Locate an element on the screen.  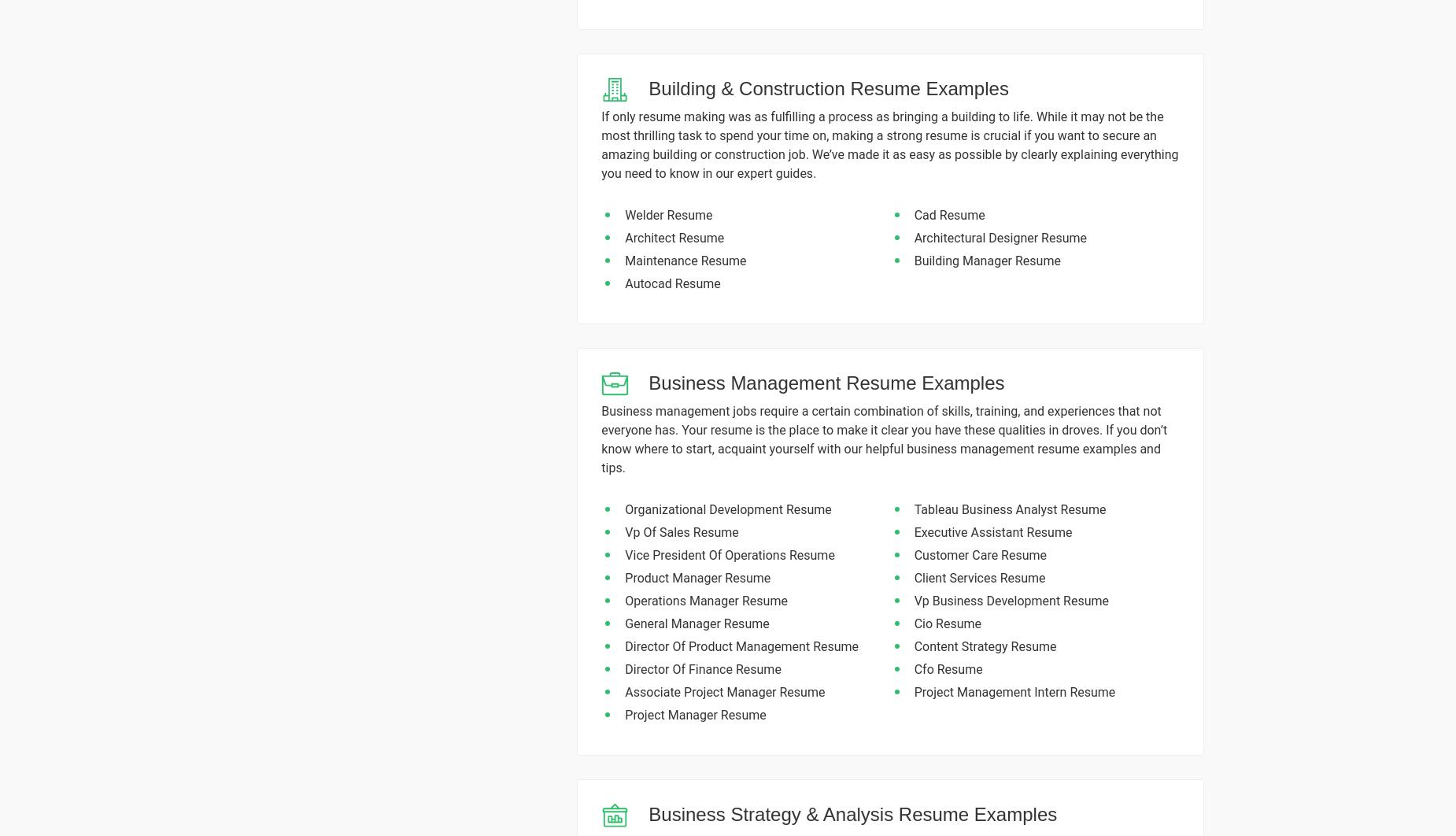
'If only resume making was as fulfilling a process as bringing a building to life. While it may not be the most thrilling task to spend your time on, making a strong resume is crucial if you want to secure an amazing building or construction job. We’ve made it as easy as possible by clearly explaining everything you need to know in our expert guides.' is located at coordinates (889, 145).